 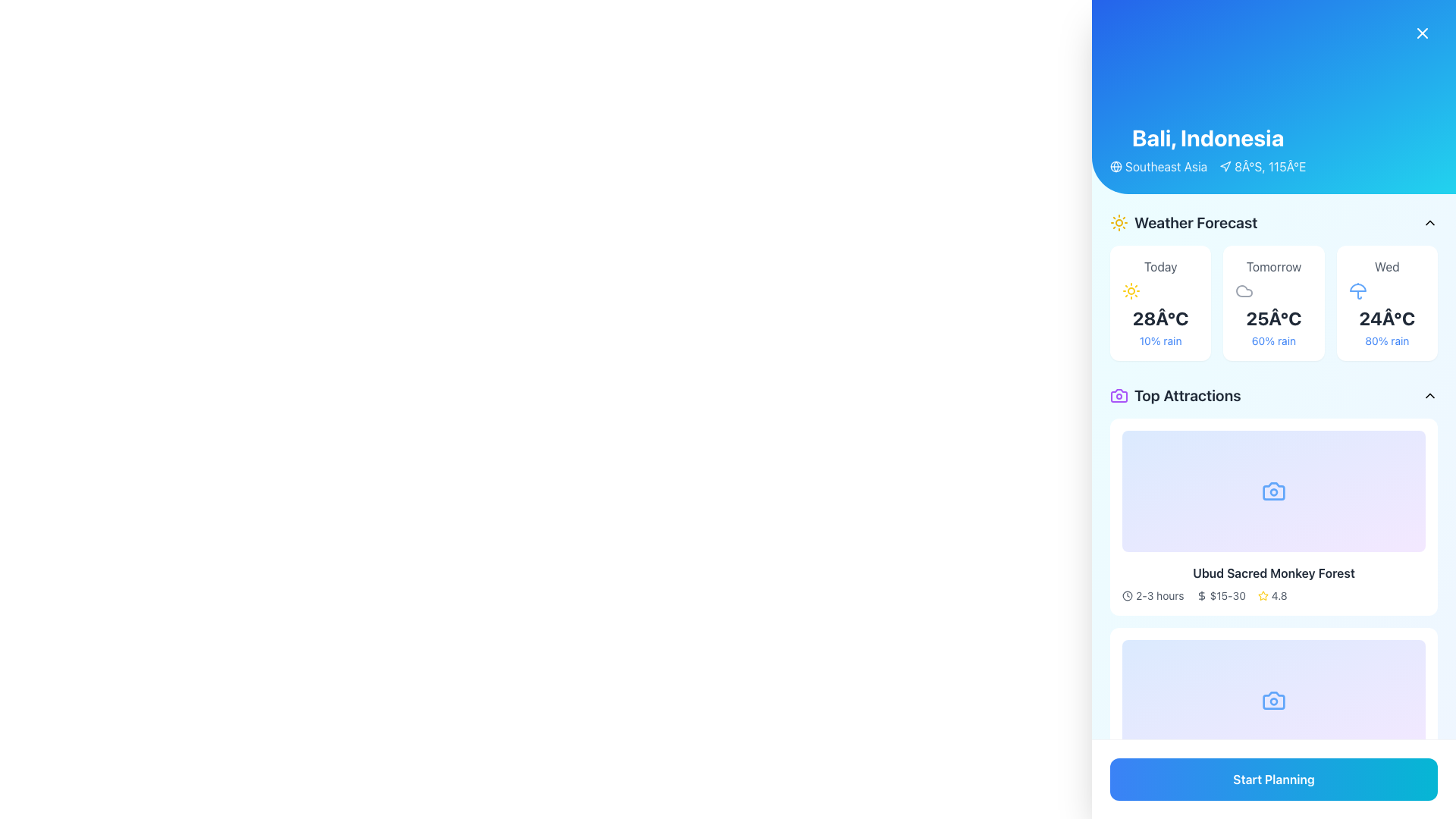 I want to click on text label displaying '4.8', which is positioned next to a star icon in the 'Top Attractions' section below 'Ubud Sacred Monkey Forest', so click(x=1279, y=804).